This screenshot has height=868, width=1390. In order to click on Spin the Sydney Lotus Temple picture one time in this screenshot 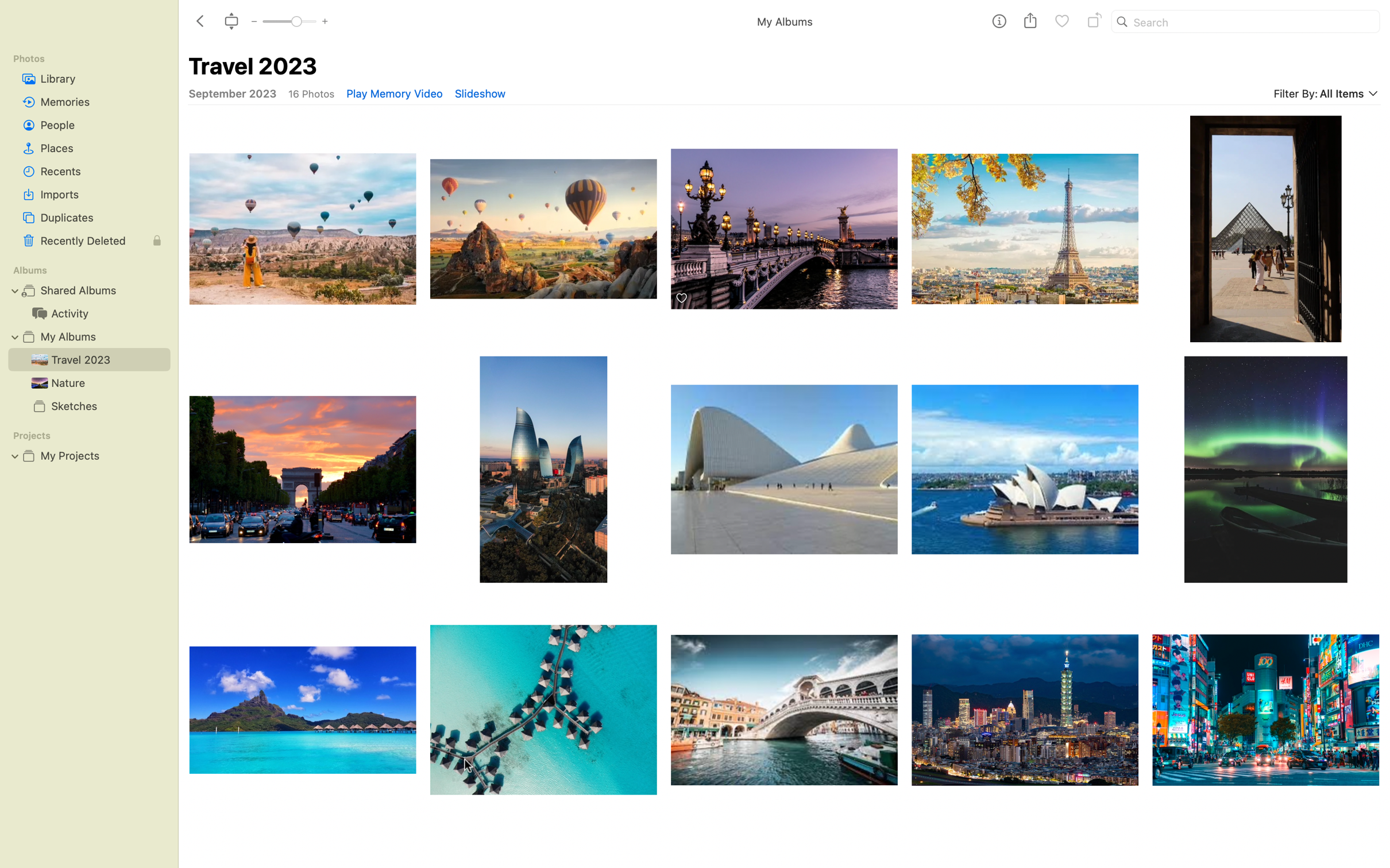, I will do `click(1025, 468)`.